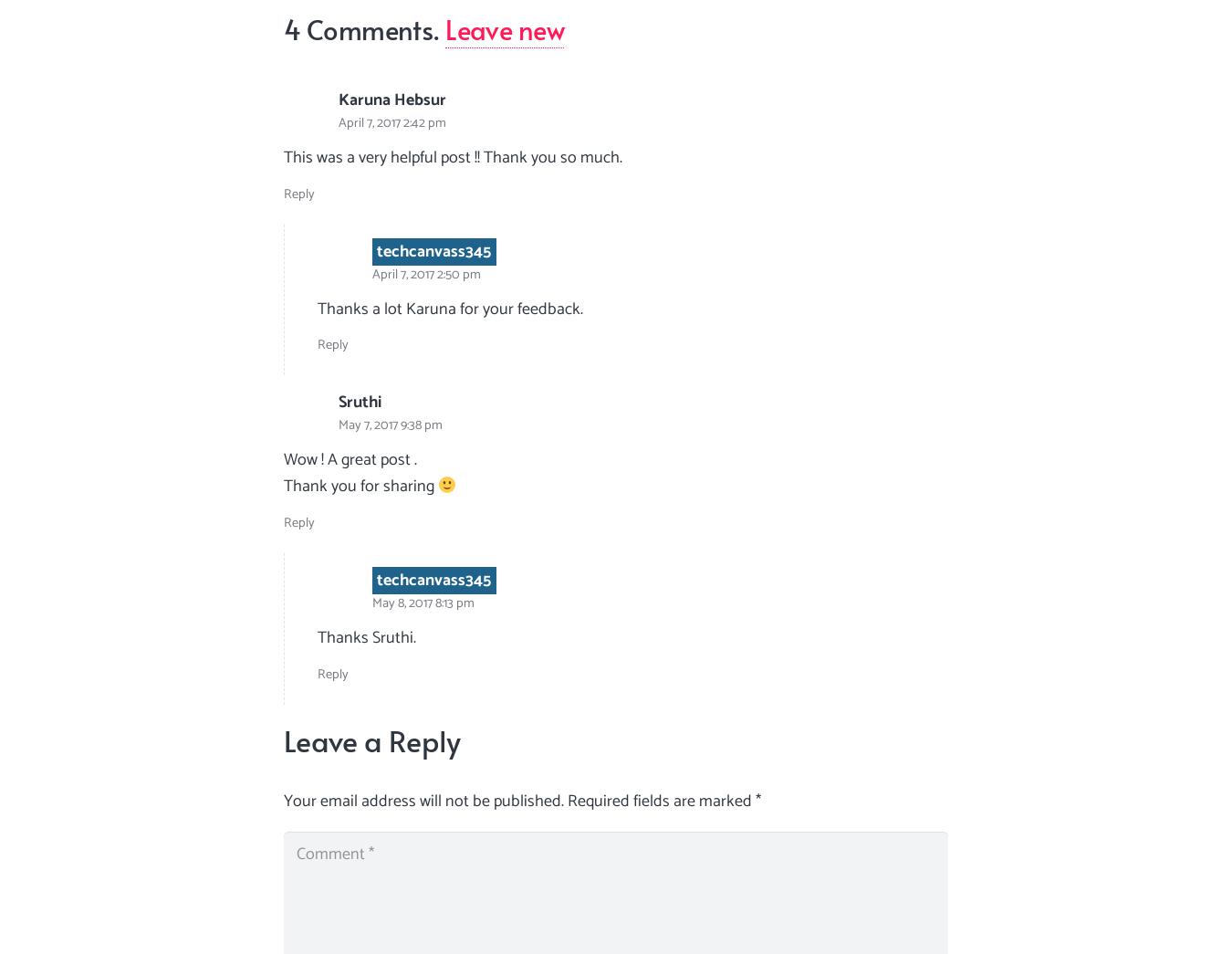 The image size is (1232, 954). I want to click on 'Wow ! A great post .', so click(350, 459).